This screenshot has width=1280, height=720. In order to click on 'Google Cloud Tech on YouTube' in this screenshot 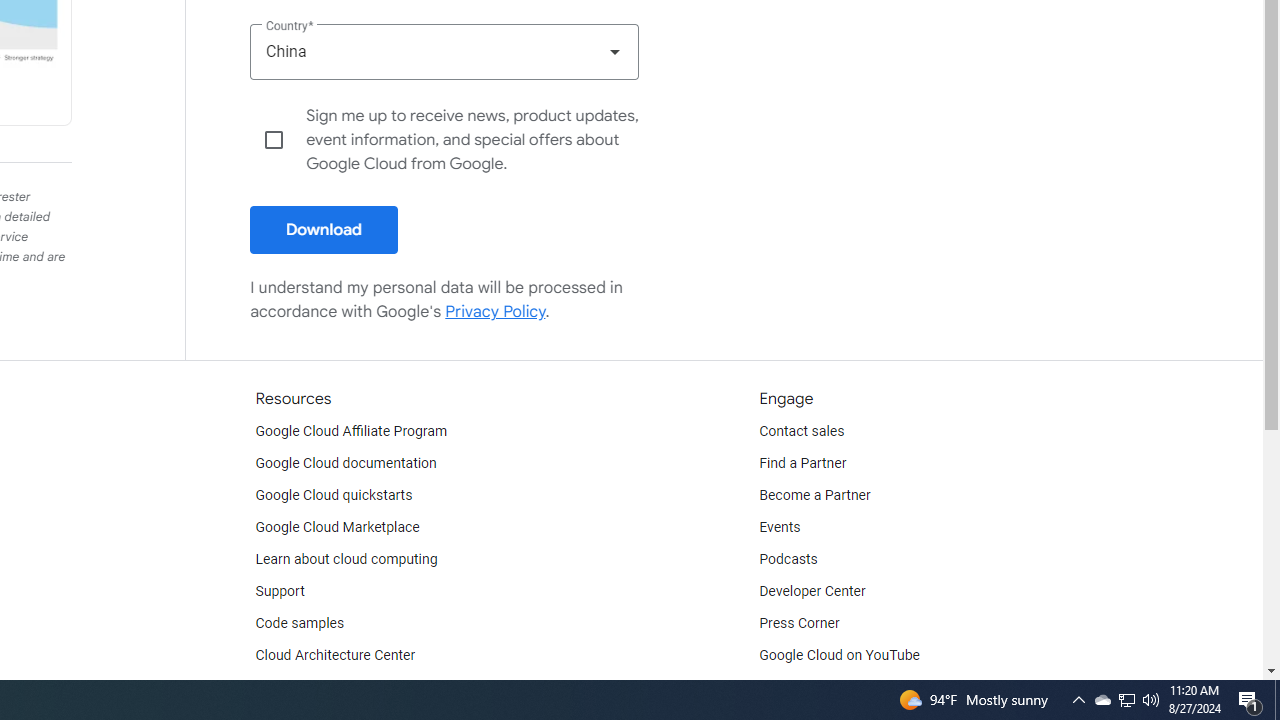, I will do `click(856, 686)`.